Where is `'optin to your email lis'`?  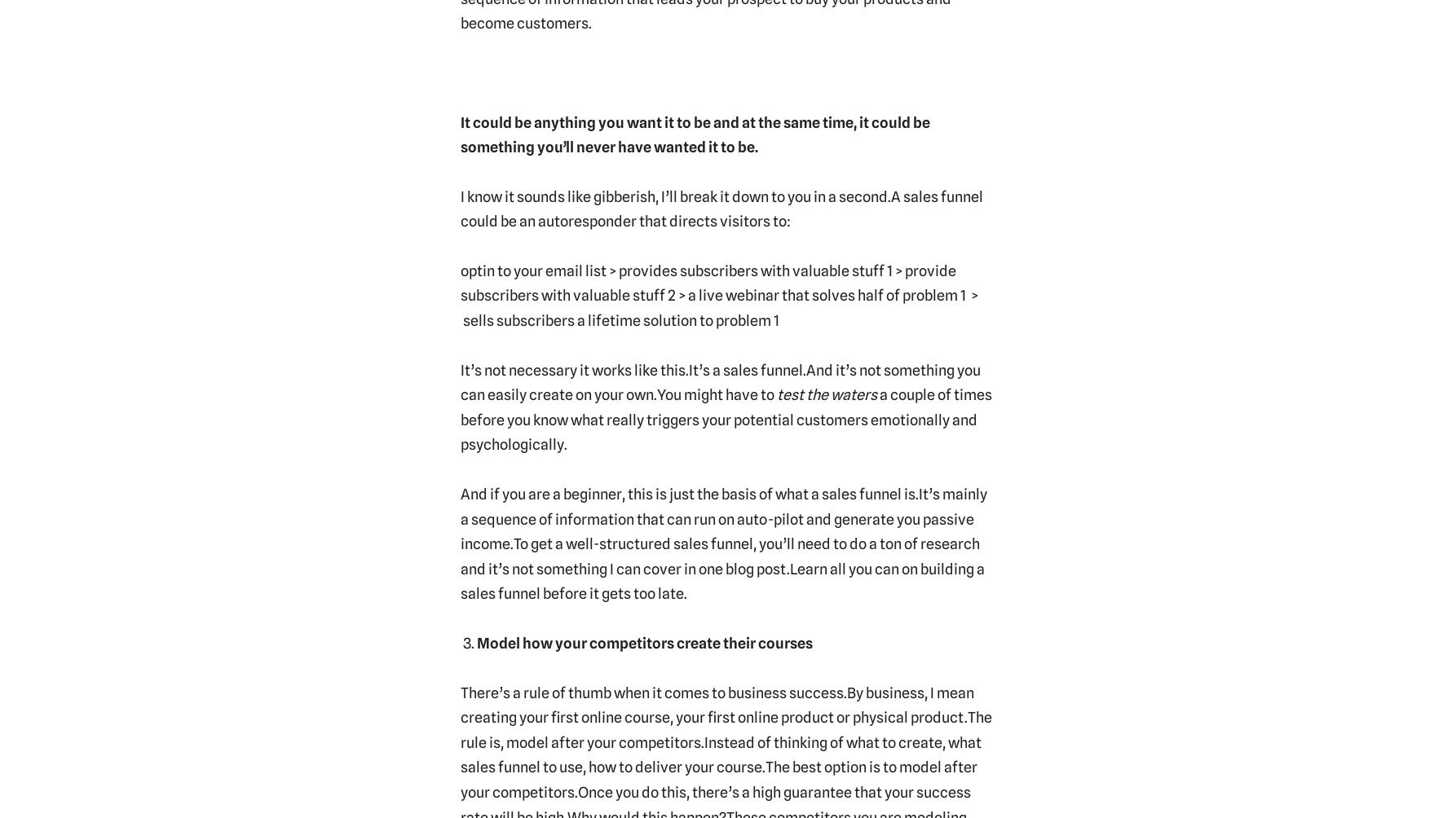
'optin to your email lis' is located at coordinates (529, 270).